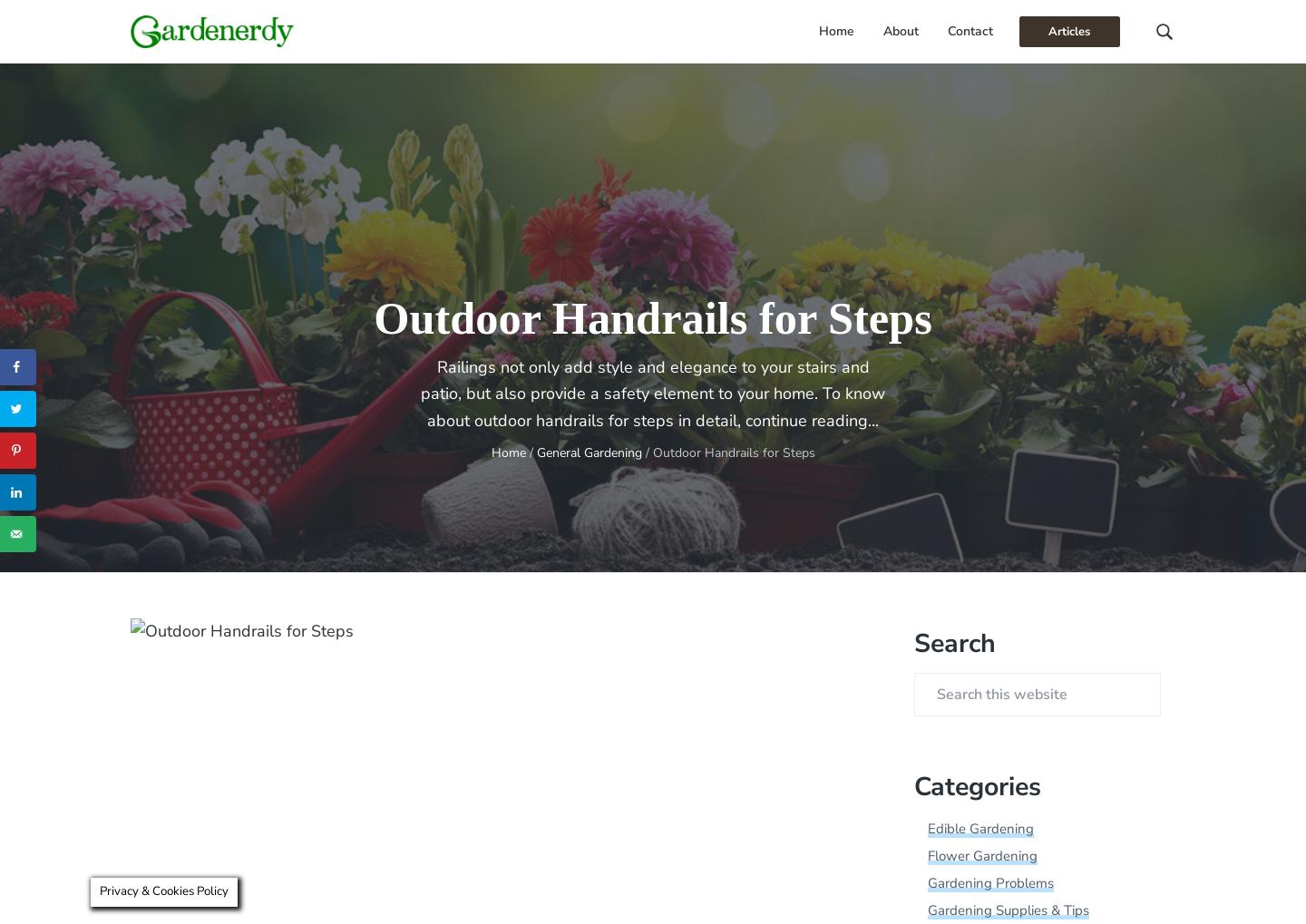 The width and height of the screenshot is (1306, 924). I want to click on '/ Outdoor Handrails for Steps', so click(641, 451).